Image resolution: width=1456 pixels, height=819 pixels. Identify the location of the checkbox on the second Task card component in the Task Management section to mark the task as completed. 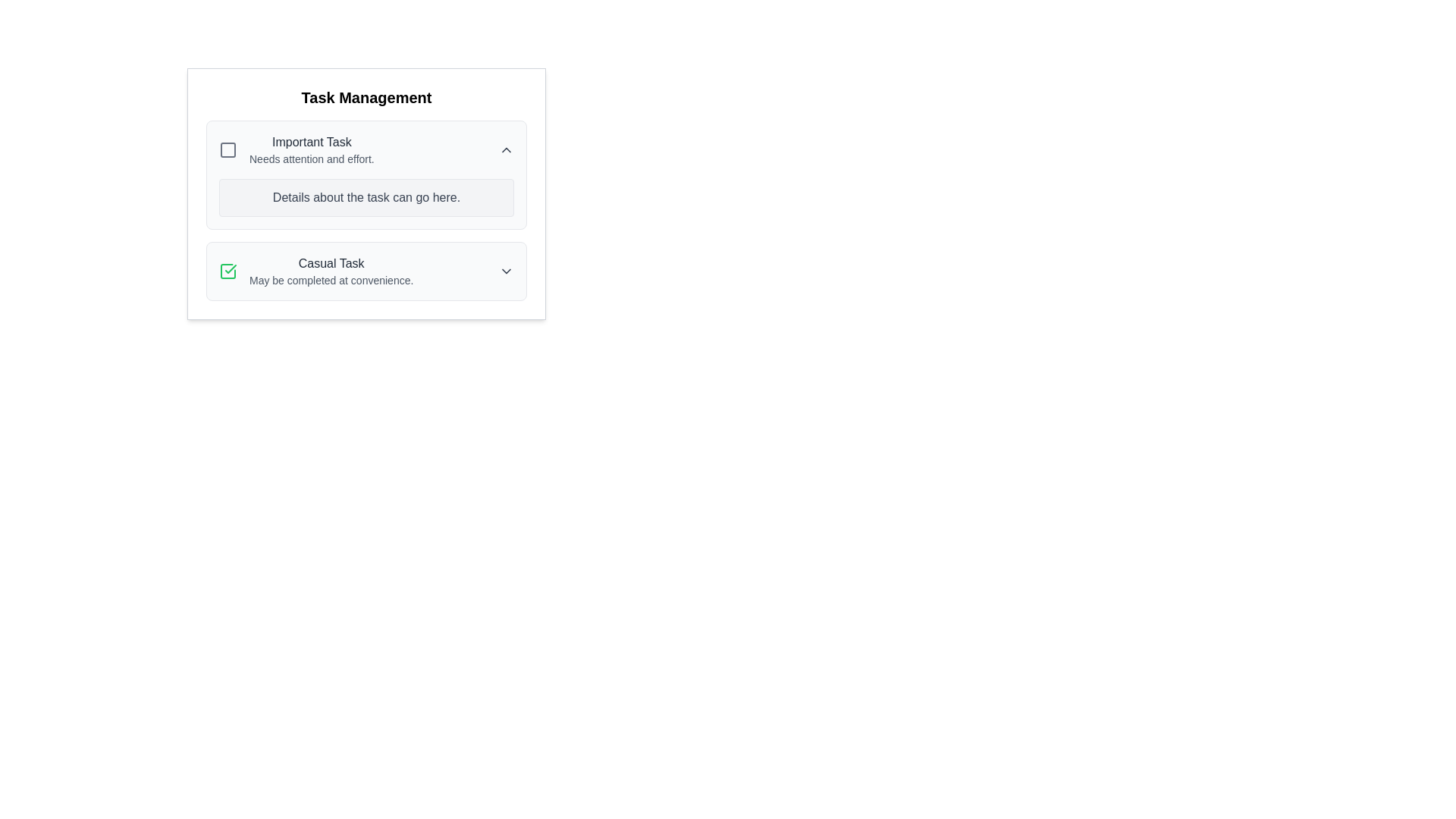
(366, 271).